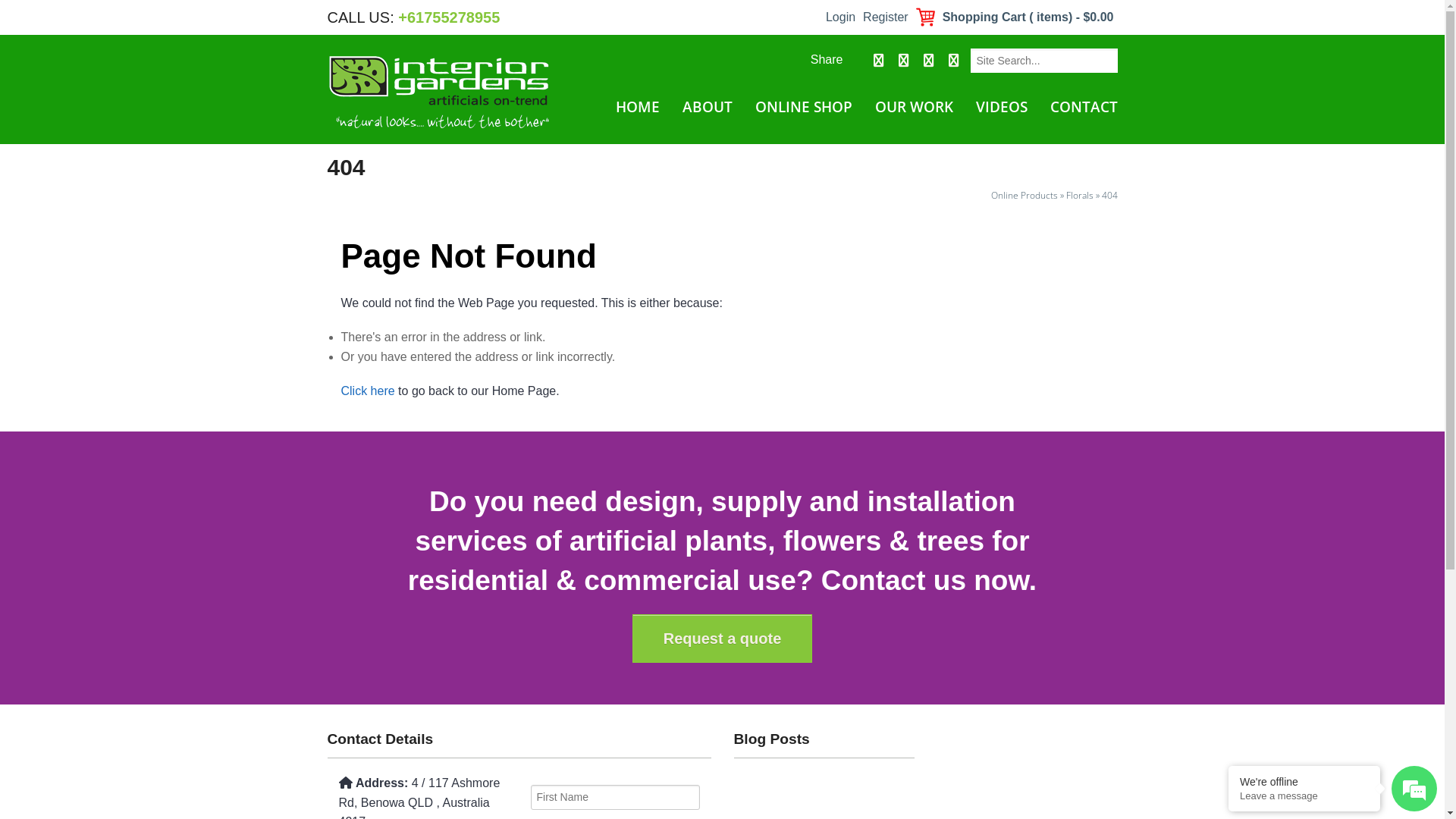 The image size is (1456, 819). Describe the element at coordinates (447, 17) in the screenshot. I see `'+61755278955'` at that location.